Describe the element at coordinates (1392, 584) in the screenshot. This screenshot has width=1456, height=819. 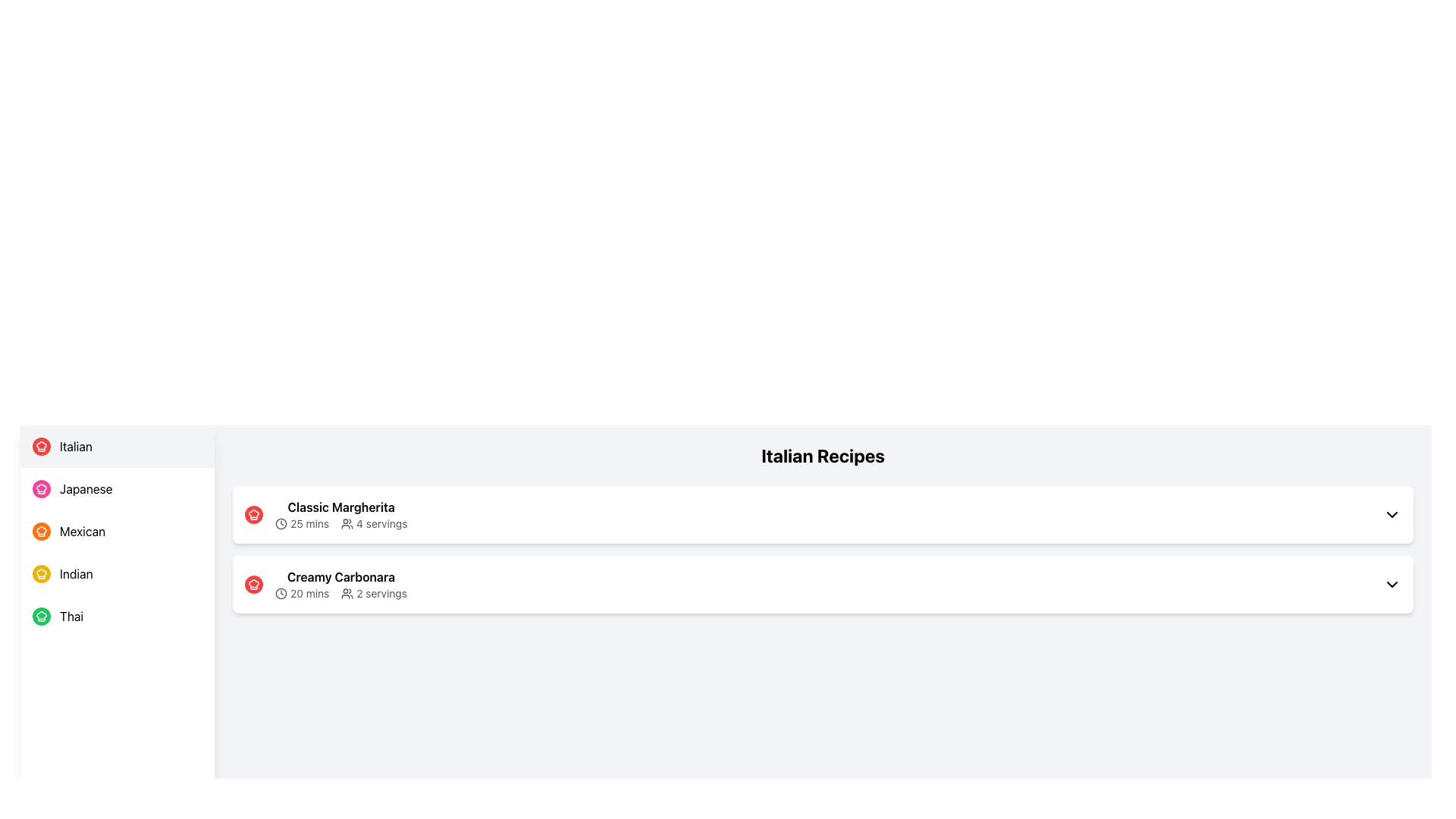
I see `the chevron down icon located on the far right of the 'Creamy Carbonara' section` at that location.